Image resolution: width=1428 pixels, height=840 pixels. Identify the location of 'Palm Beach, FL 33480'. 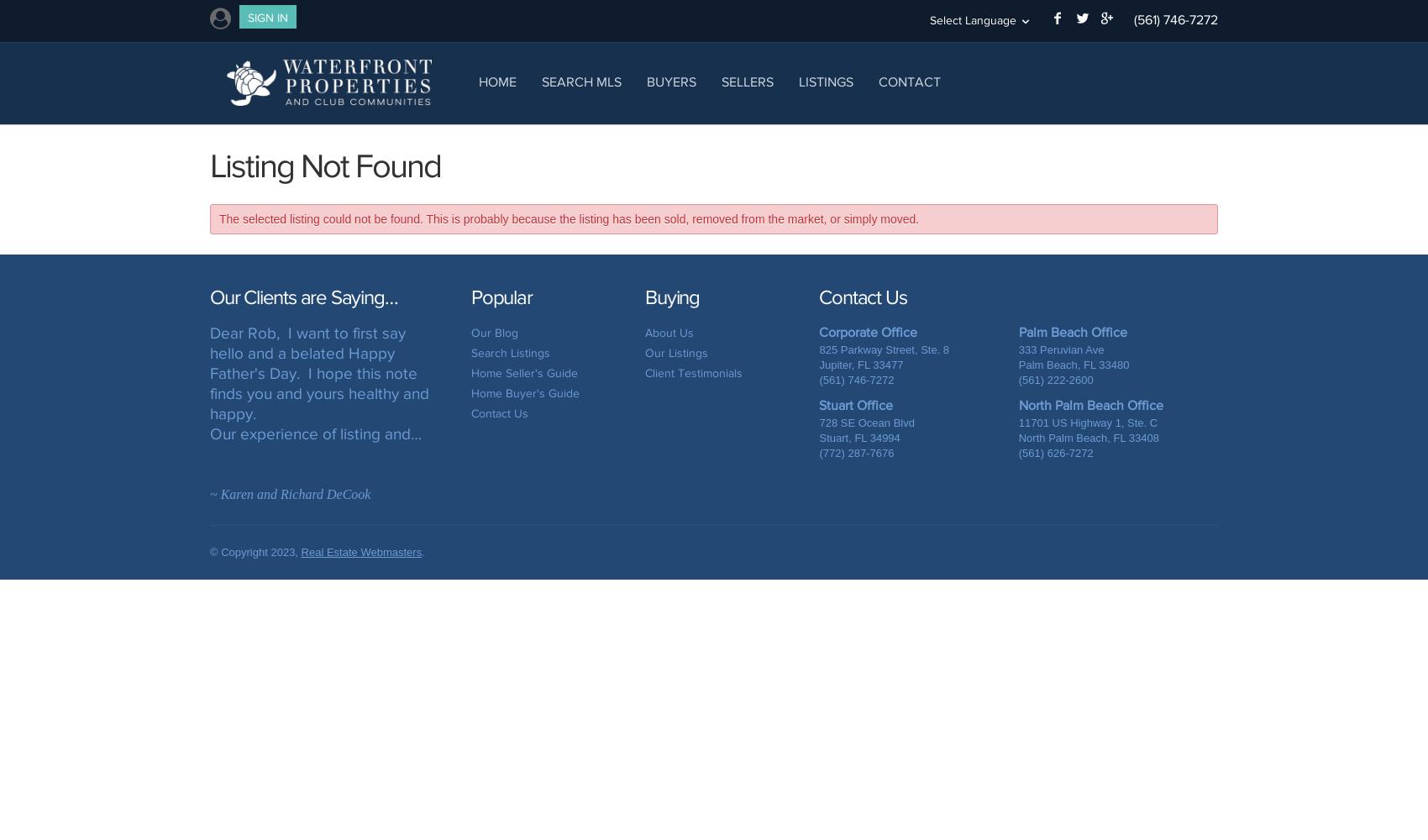
(1016, 364).